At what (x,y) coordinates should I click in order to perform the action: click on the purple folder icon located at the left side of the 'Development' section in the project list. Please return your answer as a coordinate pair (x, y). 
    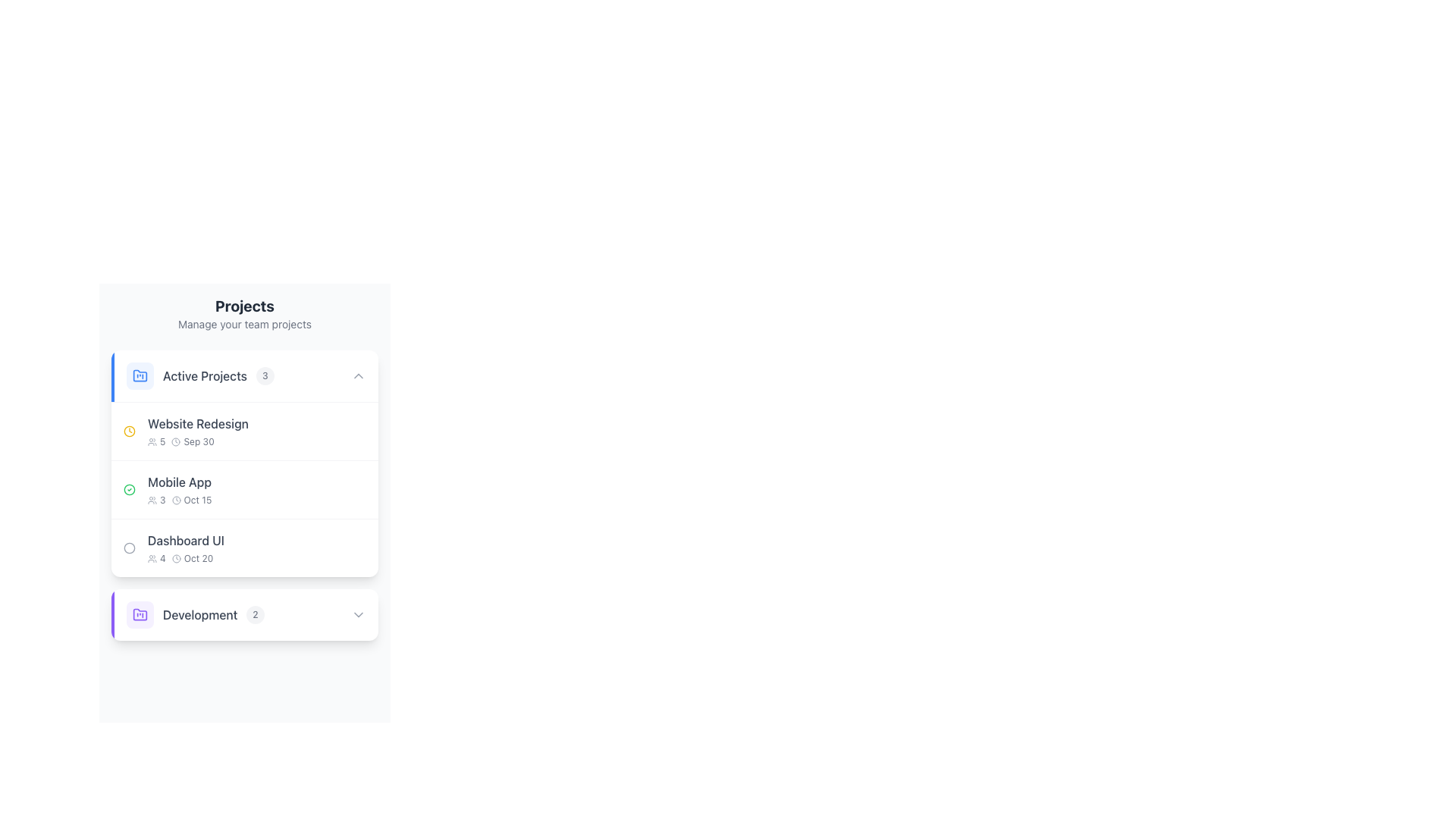
    Looking at the image, I should click on (140, 614).